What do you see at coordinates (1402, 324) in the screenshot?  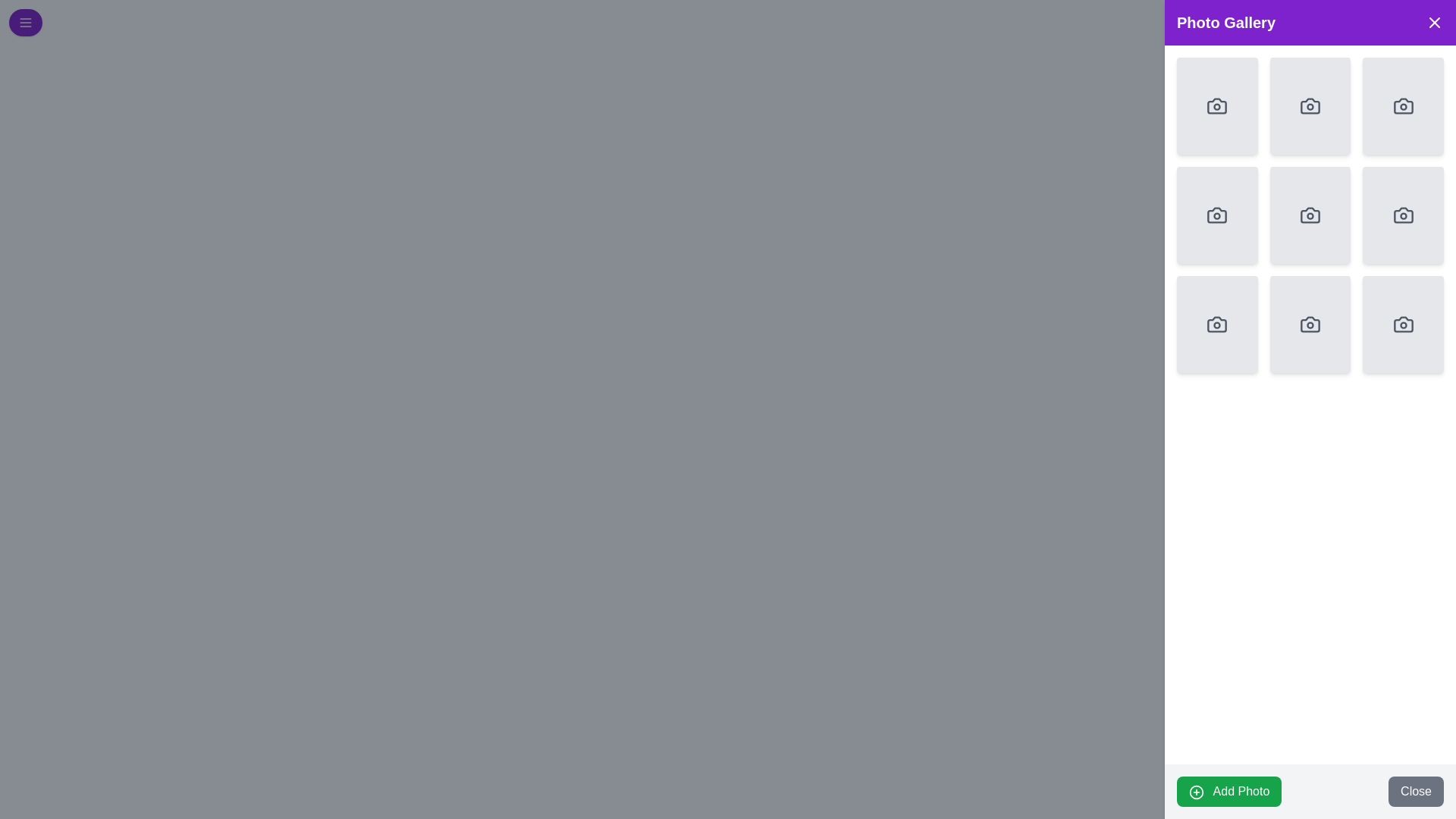 I see `the Interactive Image Placeholder, which is a square with a light gray background and a camera icon at its center, to upload a photo` at bounding box center [1402, 324].